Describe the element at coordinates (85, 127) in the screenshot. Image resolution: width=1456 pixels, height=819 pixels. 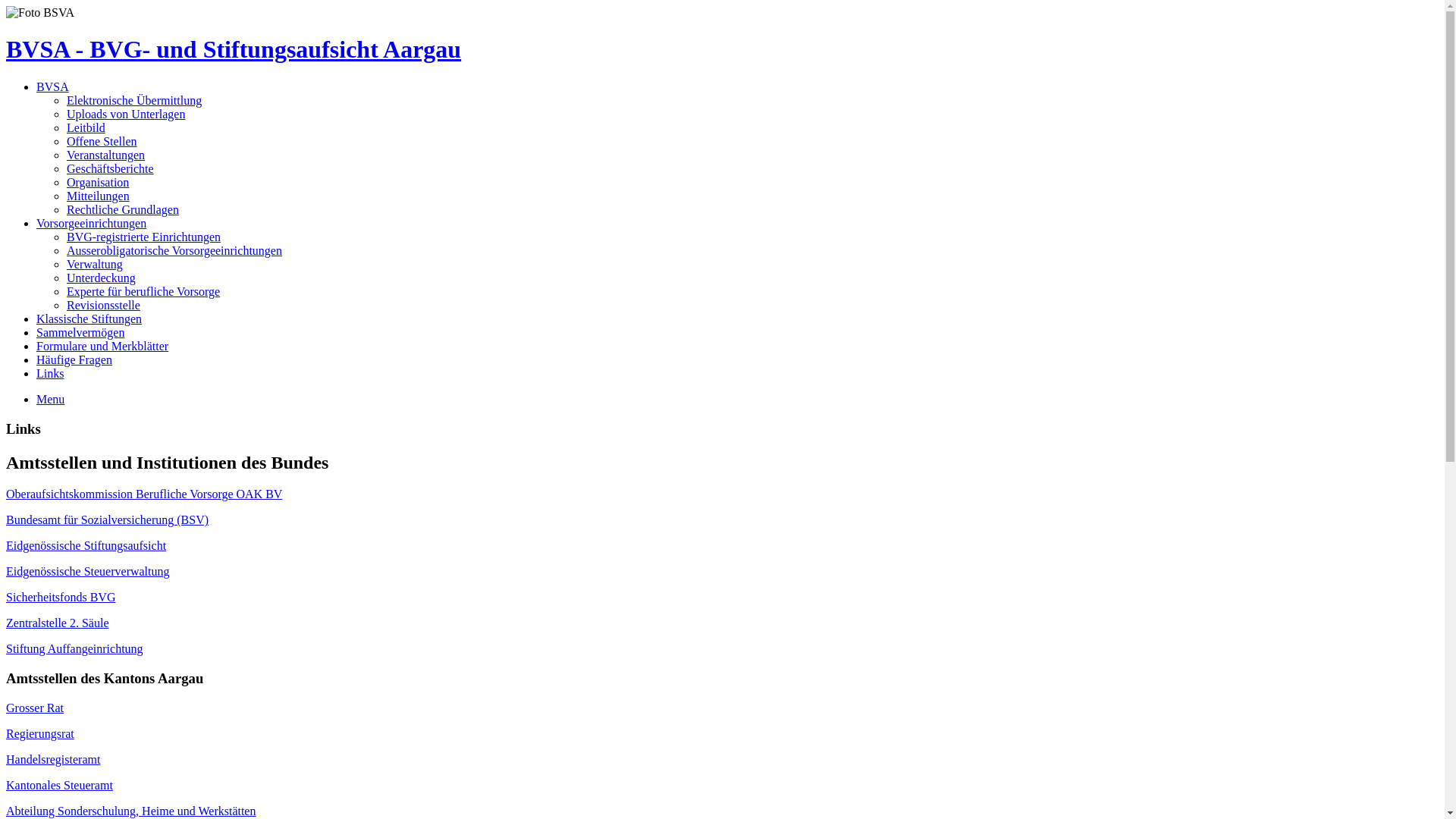
I see `'Leitbild'` at that location.